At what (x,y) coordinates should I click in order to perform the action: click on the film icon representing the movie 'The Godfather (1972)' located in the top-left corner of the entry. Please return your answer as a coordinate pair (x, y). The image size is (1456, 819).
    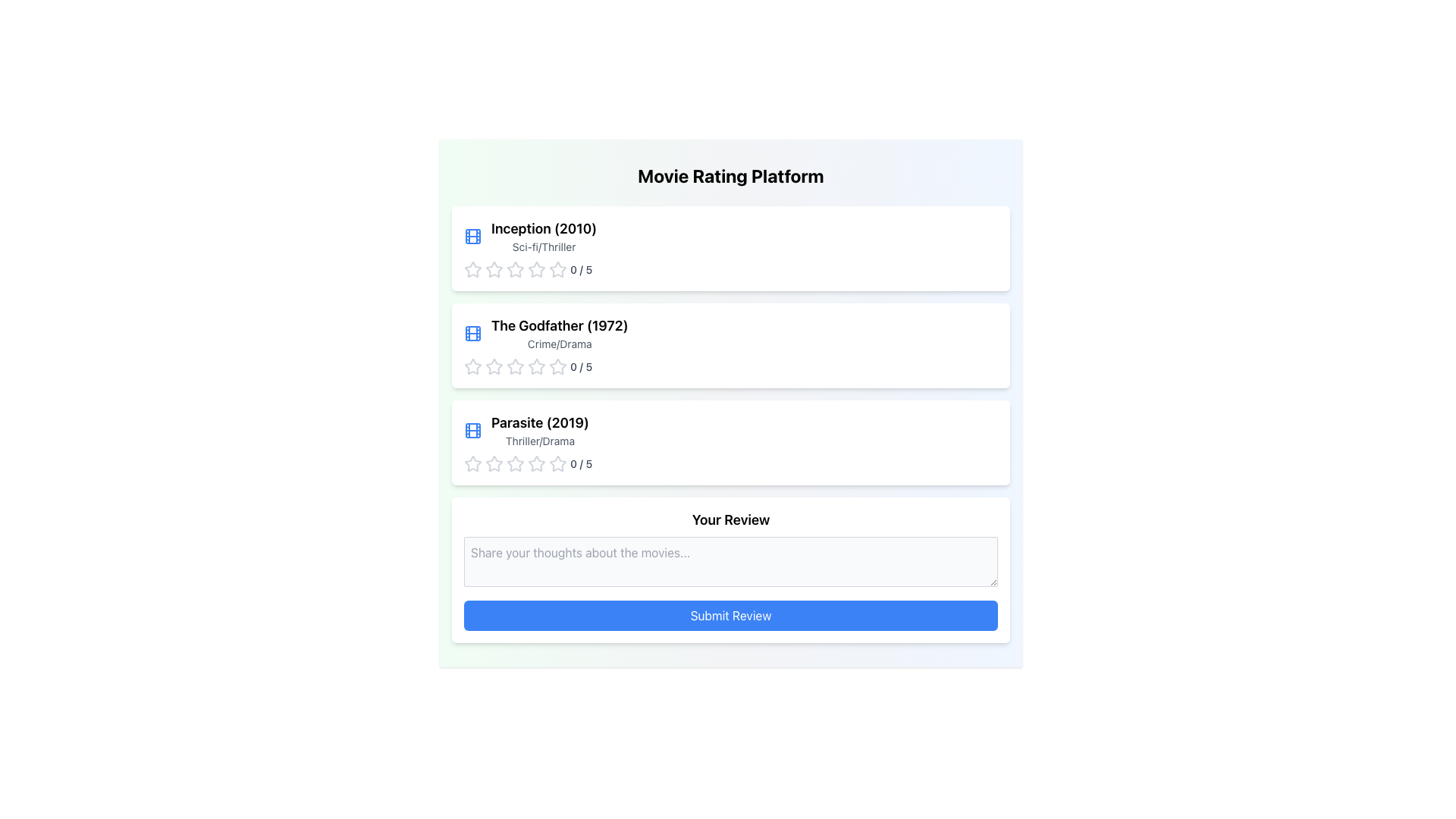
    Looking at the image, I should click on (472, 237).